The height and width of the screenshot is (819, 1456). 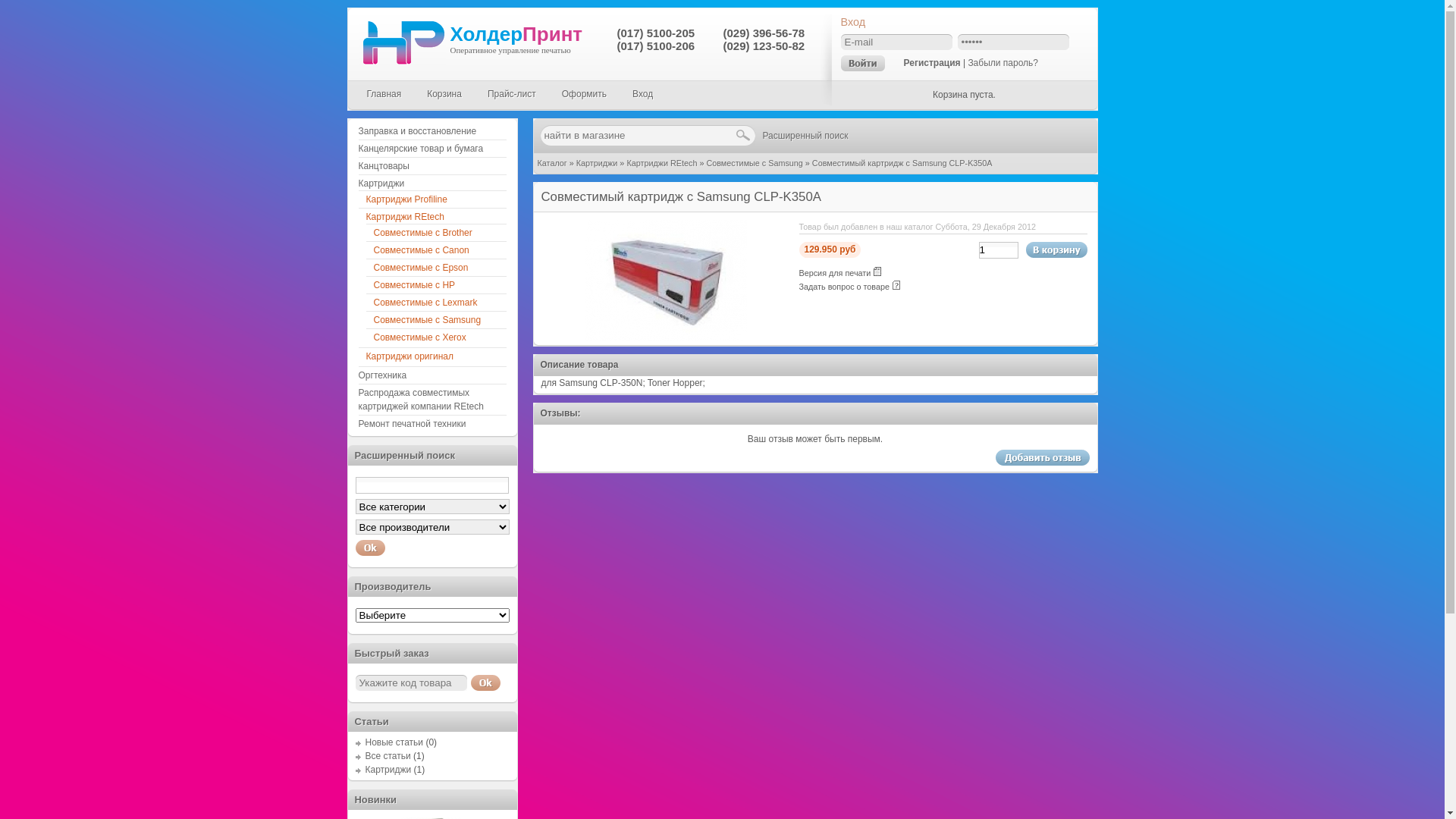 I want to click on '******', so click(x=956, y=41).